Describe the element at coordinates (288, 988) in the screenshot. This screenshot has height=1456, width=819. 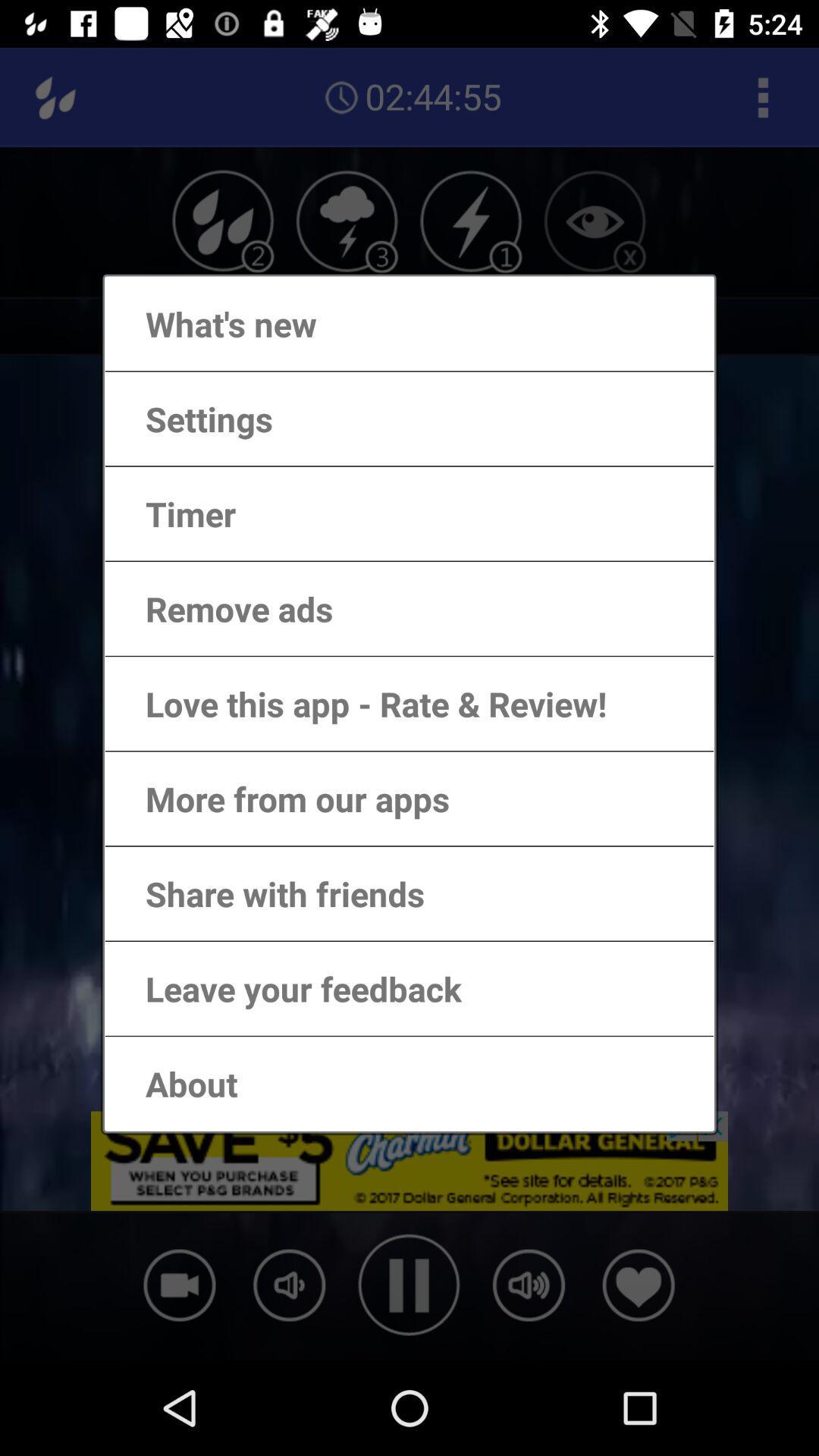
I see `the leave your feedback item` at that location.